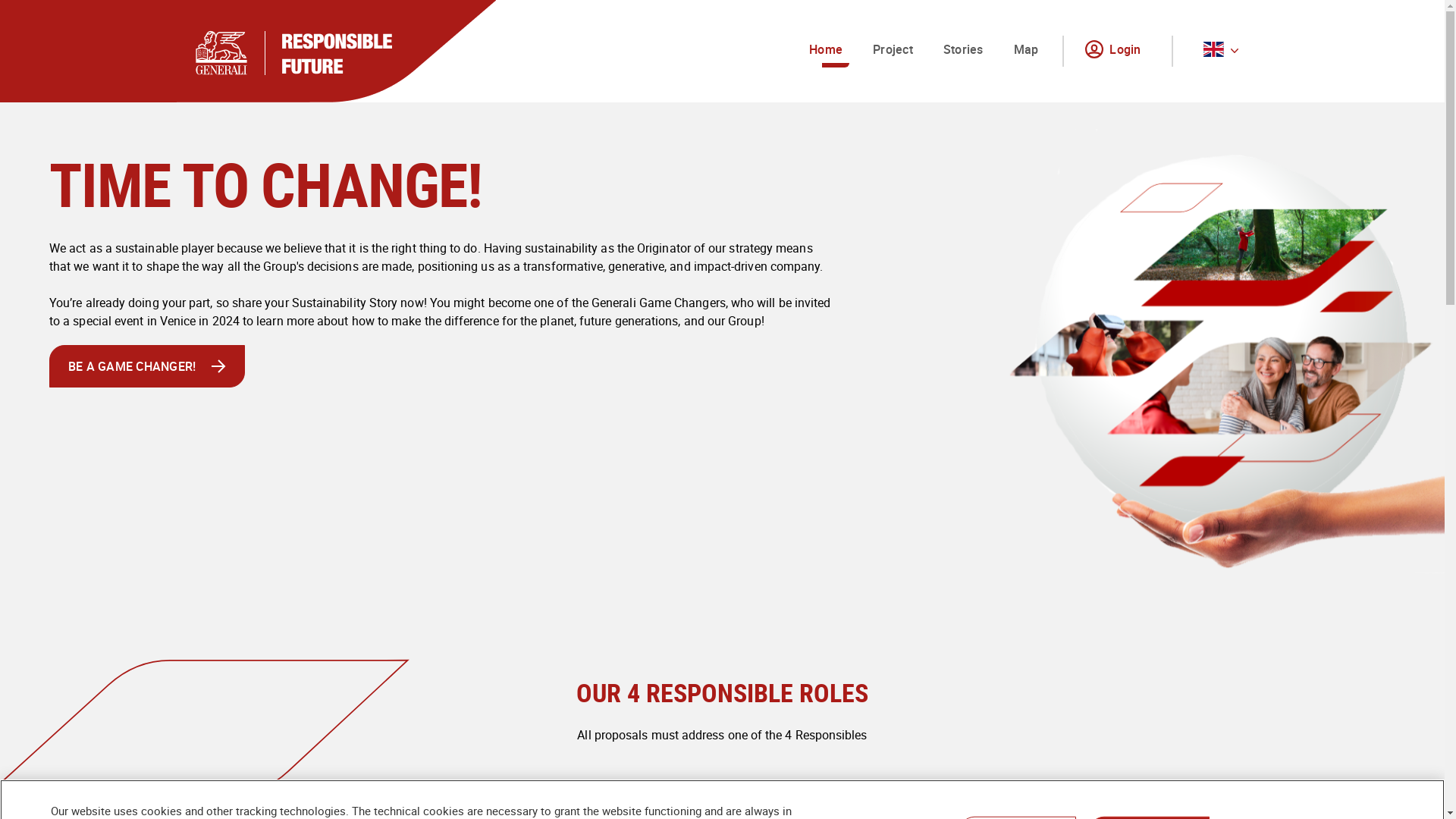  Describe the element at coordinates (825, 50) in the screenshot. I see `'Home` at that location.